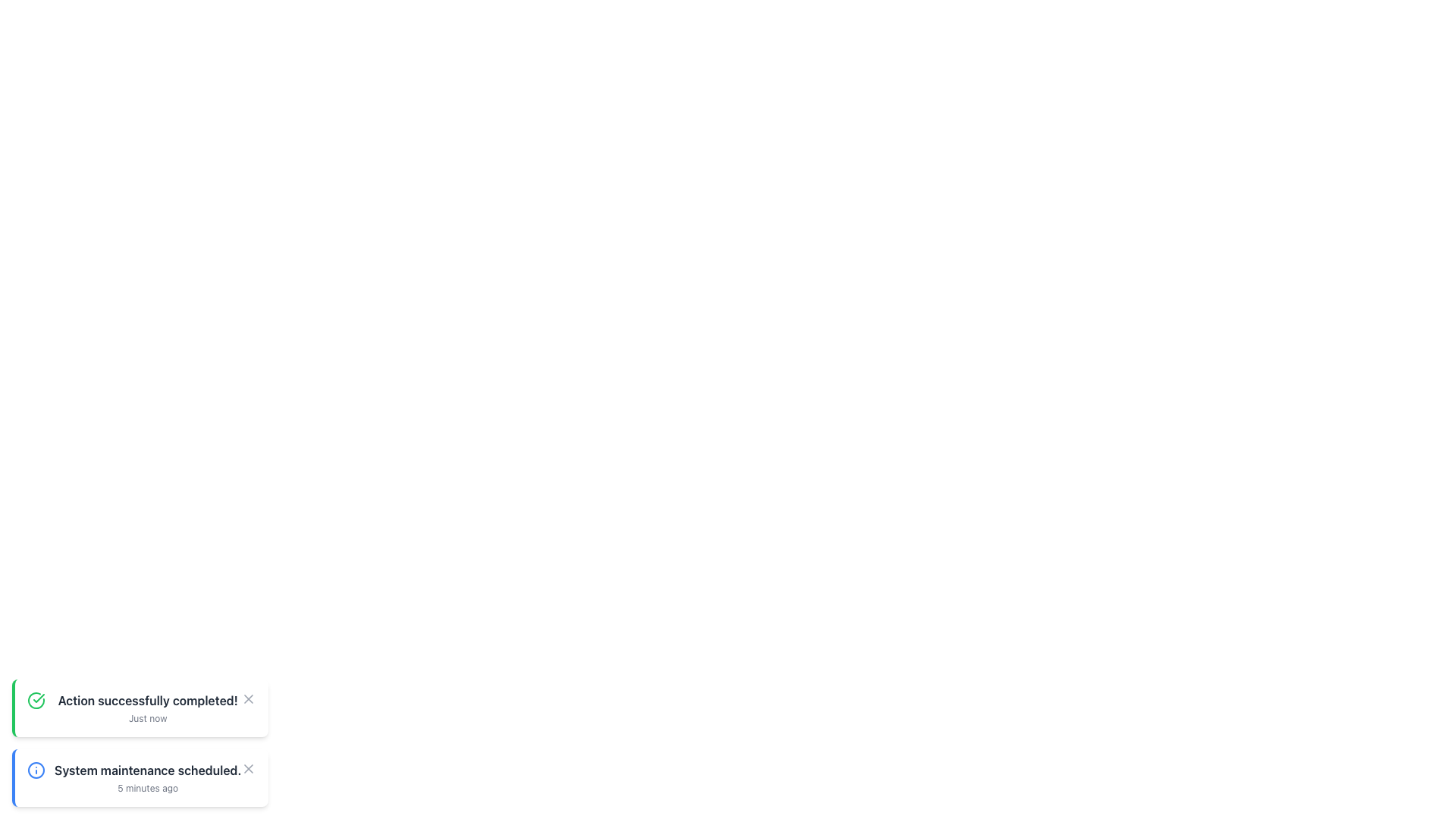  What do you see at coordinates (148, 718) in the screenshot?
I see `auxiliary timestamp text 'Just now' located below the main notification text 'Action successfully completed!' within the notification box` at bounding box center [148, 718].